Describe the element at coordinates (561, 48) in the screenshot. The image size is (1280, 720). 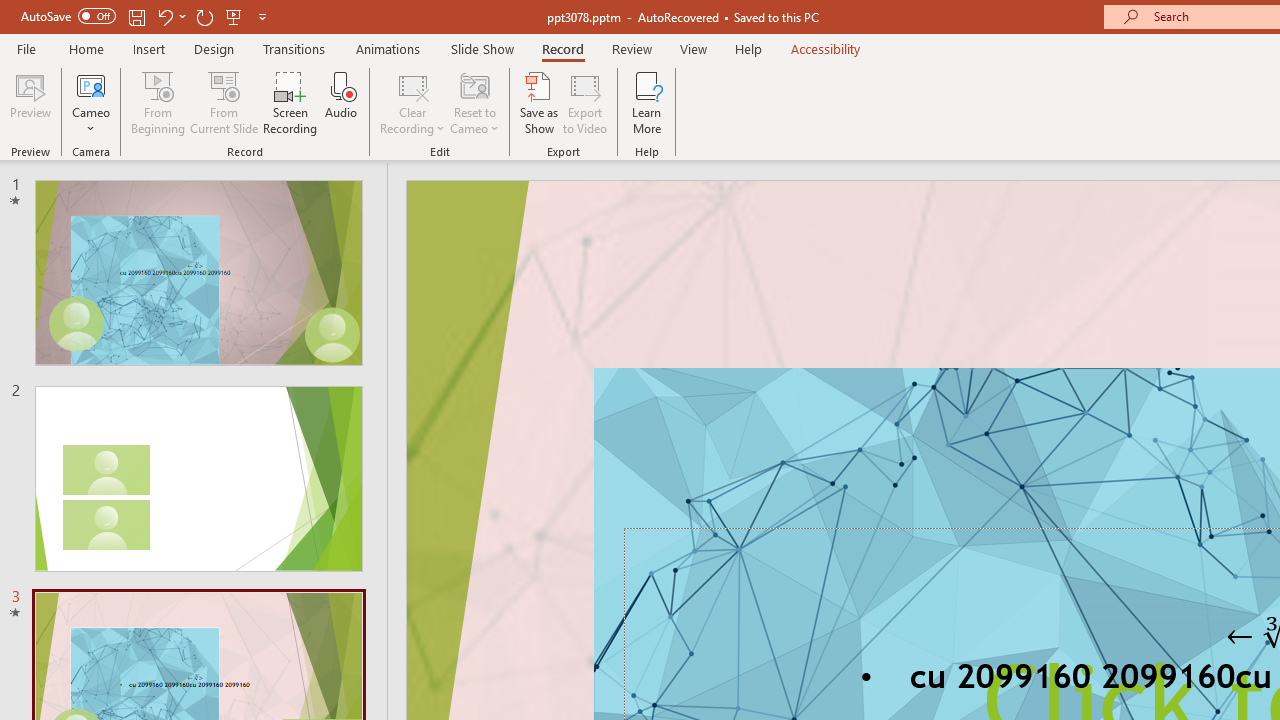
I see `'Record'` at that location.